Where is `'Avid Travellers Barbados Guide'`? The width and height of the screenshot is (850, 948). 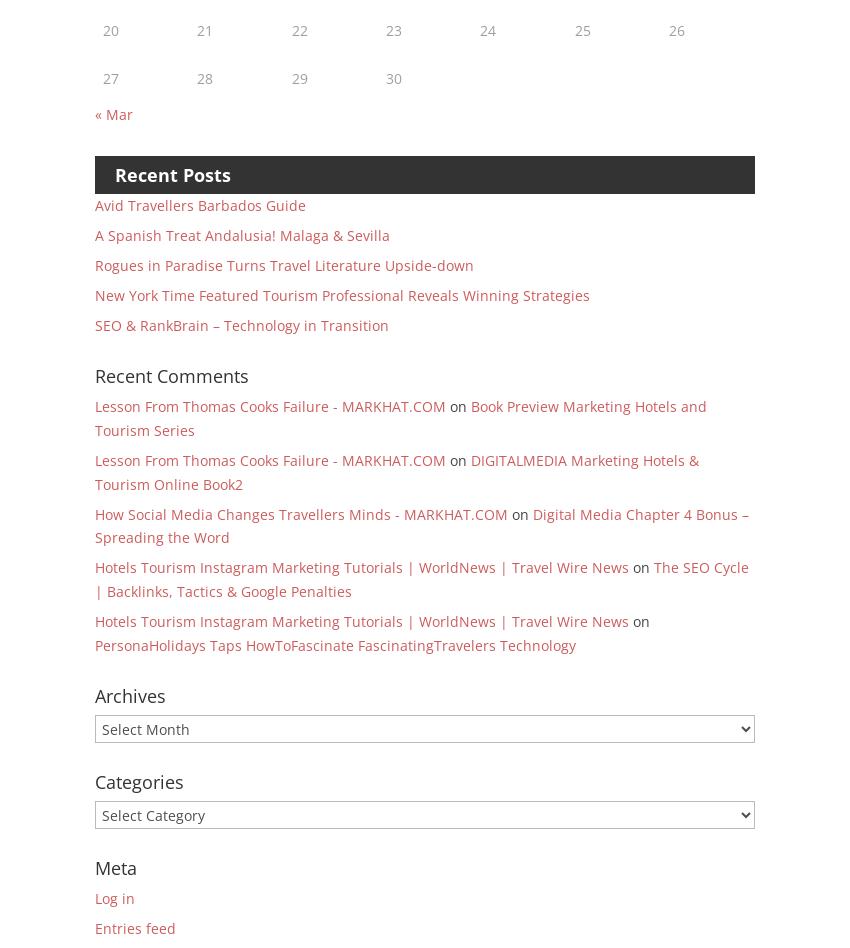
'Avid Travellers Barbados Guide' is located at coordinates (199, 204).